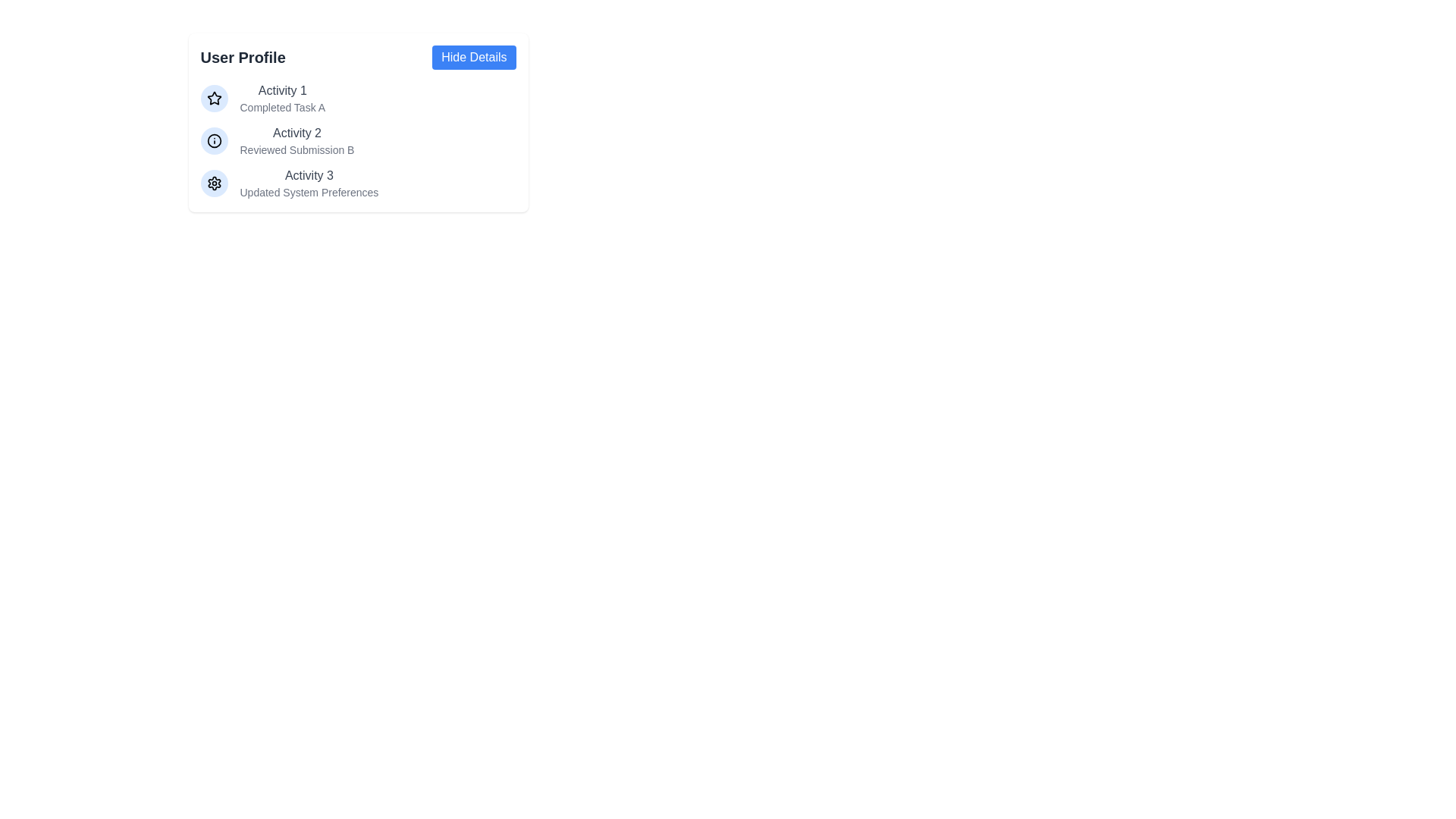 This screenshot has height=819, width=1456. I want to click on the text label that provides a description or status update related to 'Activity 2', which is located directly under the 'Activity 2' title in the user profile card, so click(297, 149).